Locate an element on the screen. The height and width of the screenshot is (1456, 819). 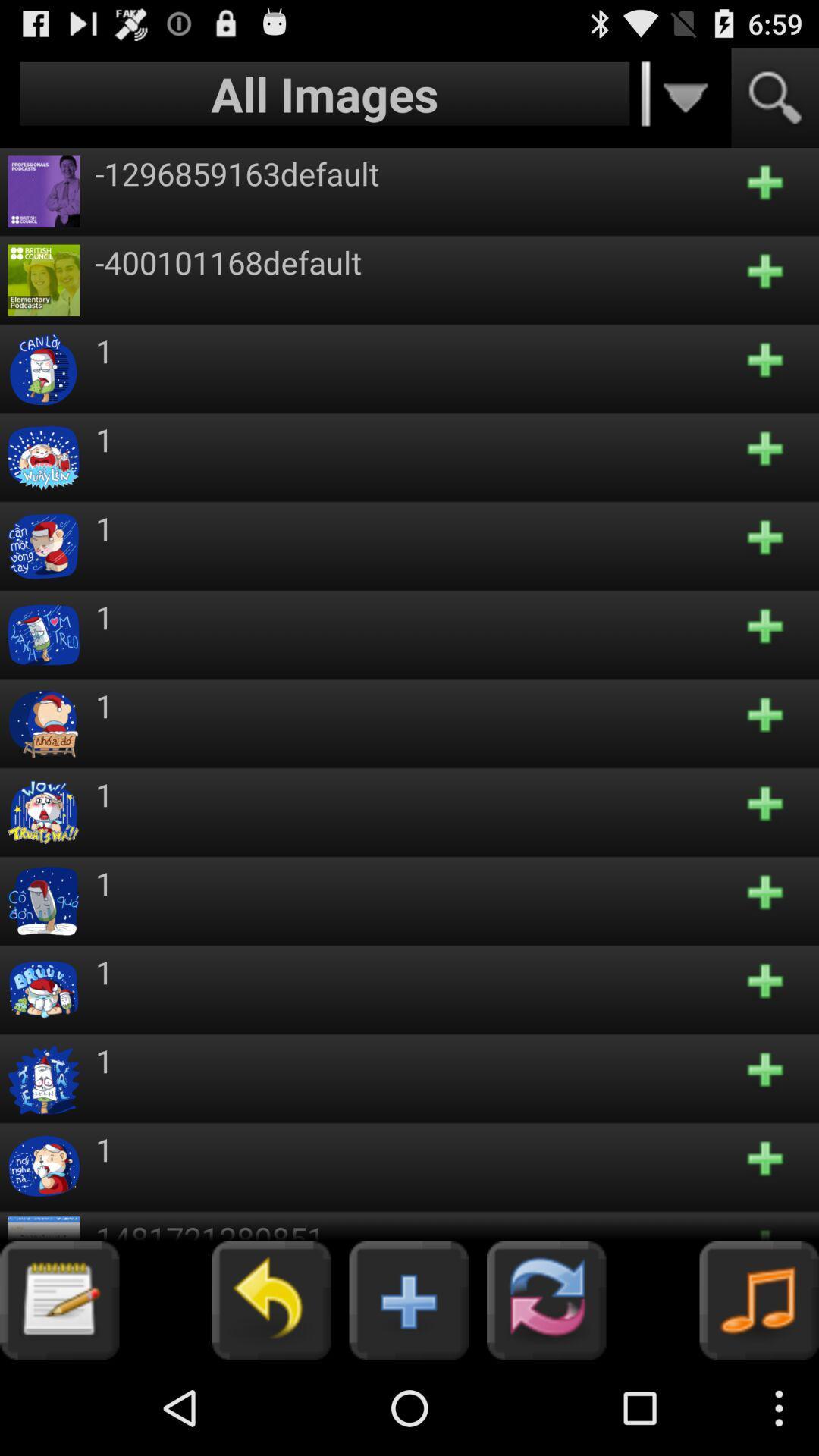
the refresh icon is located at coordinates (546, 1392).